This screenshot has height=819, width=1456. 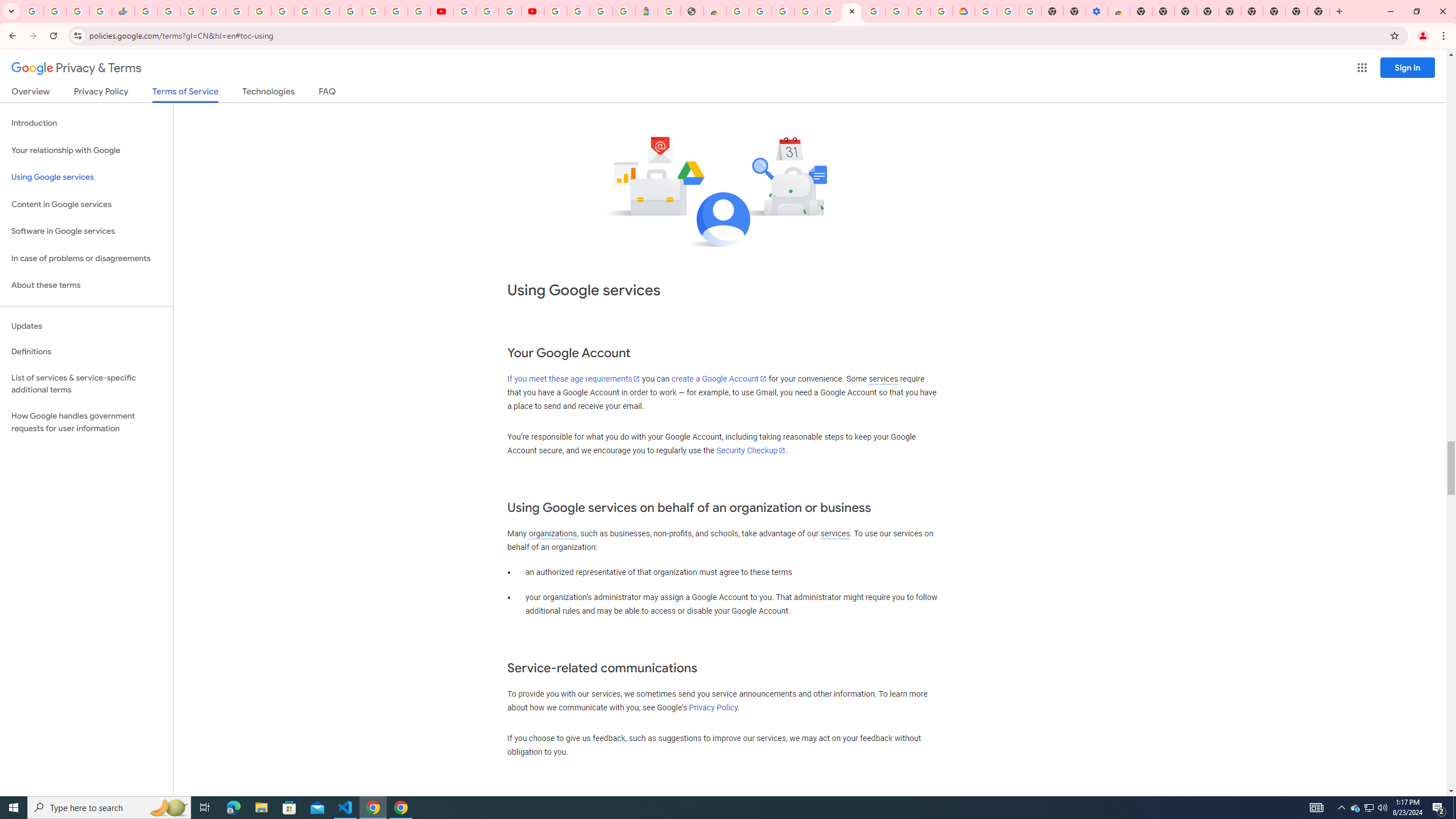 What do you see at coordinates (282, 11) in the screenshot?
I see `'Android TV Policies and Guidelines - Transparency Center'` at bounding box center [282, 11].